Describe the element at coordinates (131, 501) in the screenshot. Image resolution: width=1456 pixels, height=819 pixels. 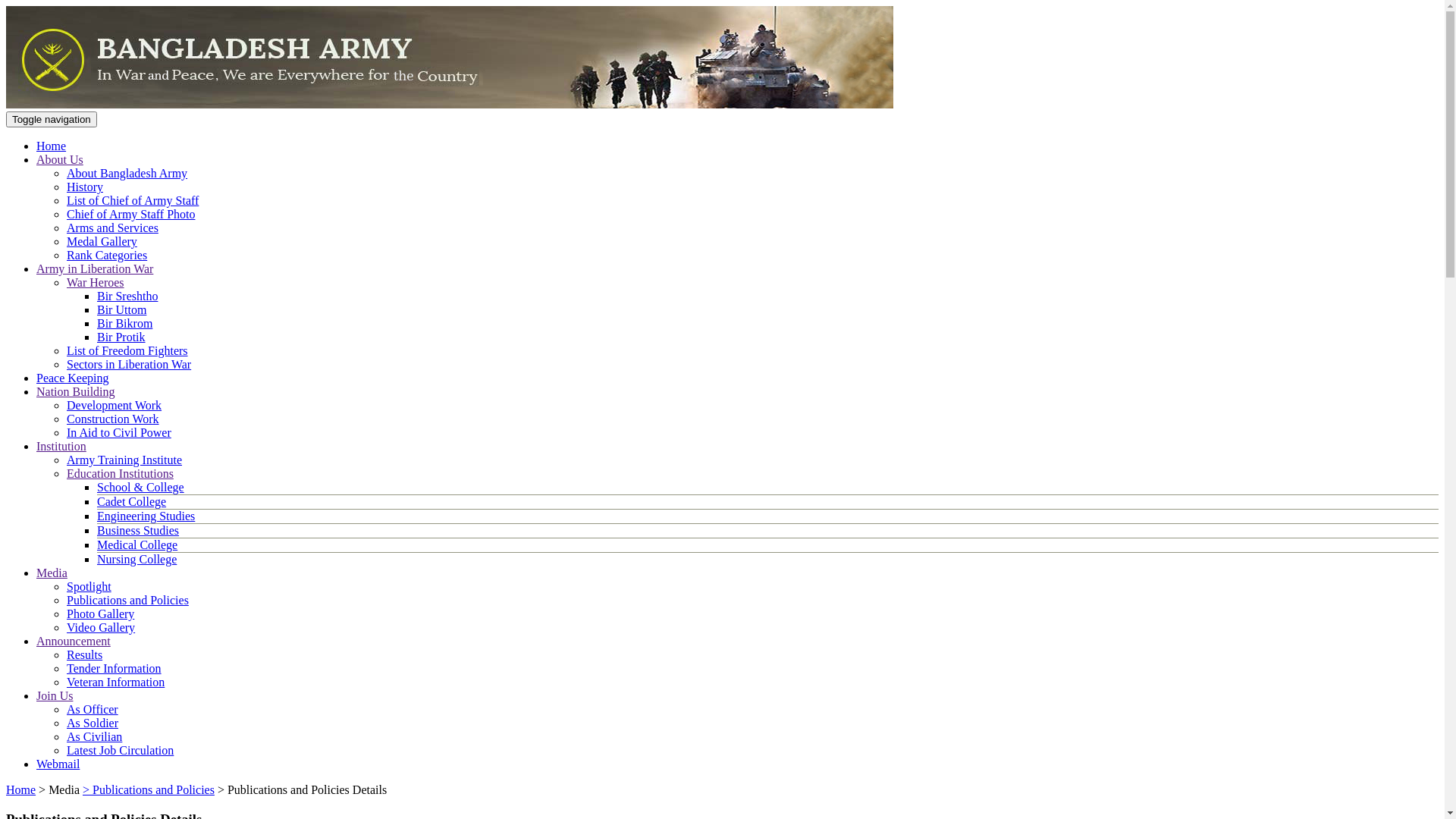
I see `'Cadet College'` at that location.